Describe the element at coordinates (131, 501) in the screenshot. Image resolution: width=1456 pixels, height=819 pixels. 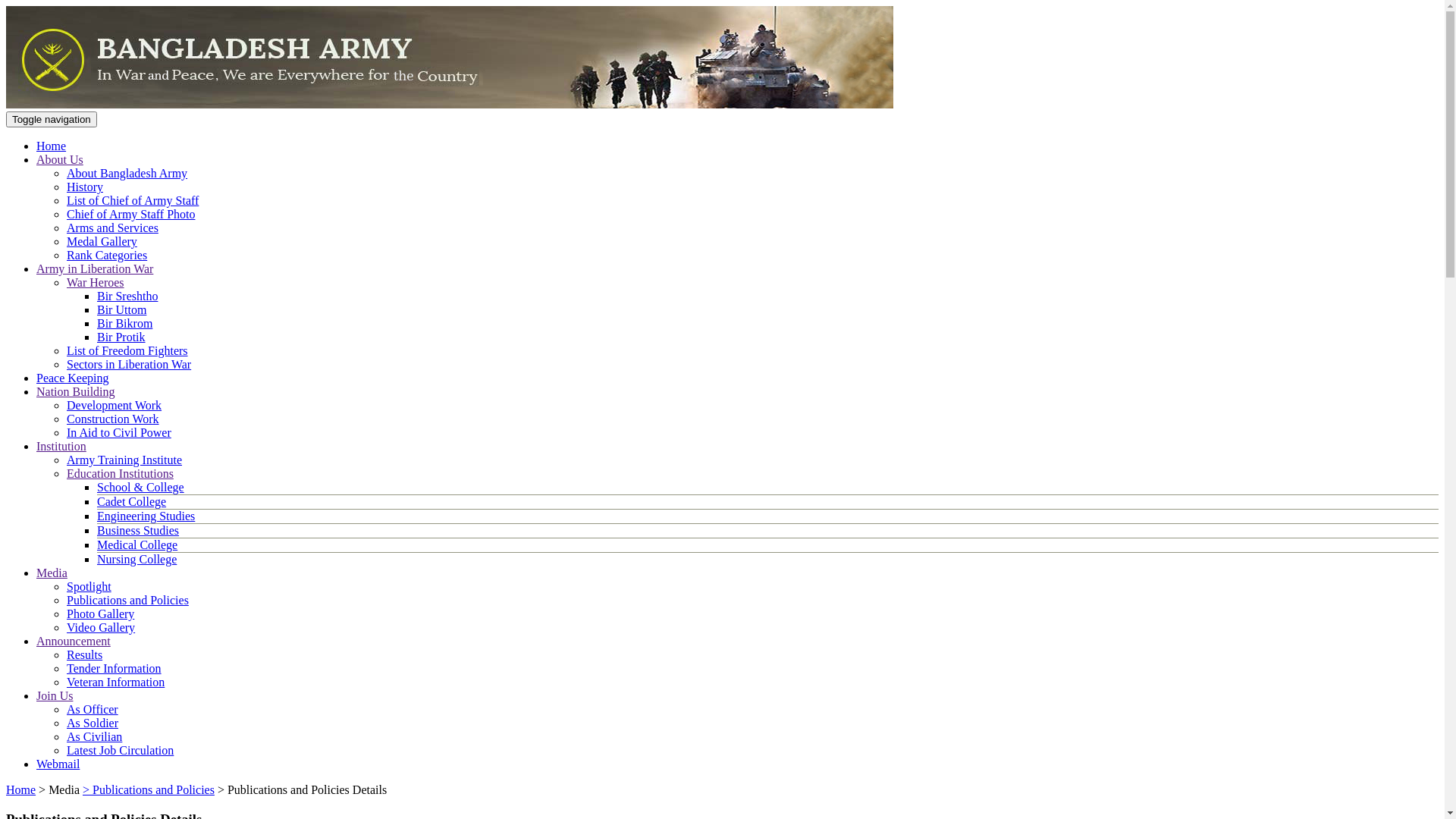
I see `'Cadet College'` at that location.